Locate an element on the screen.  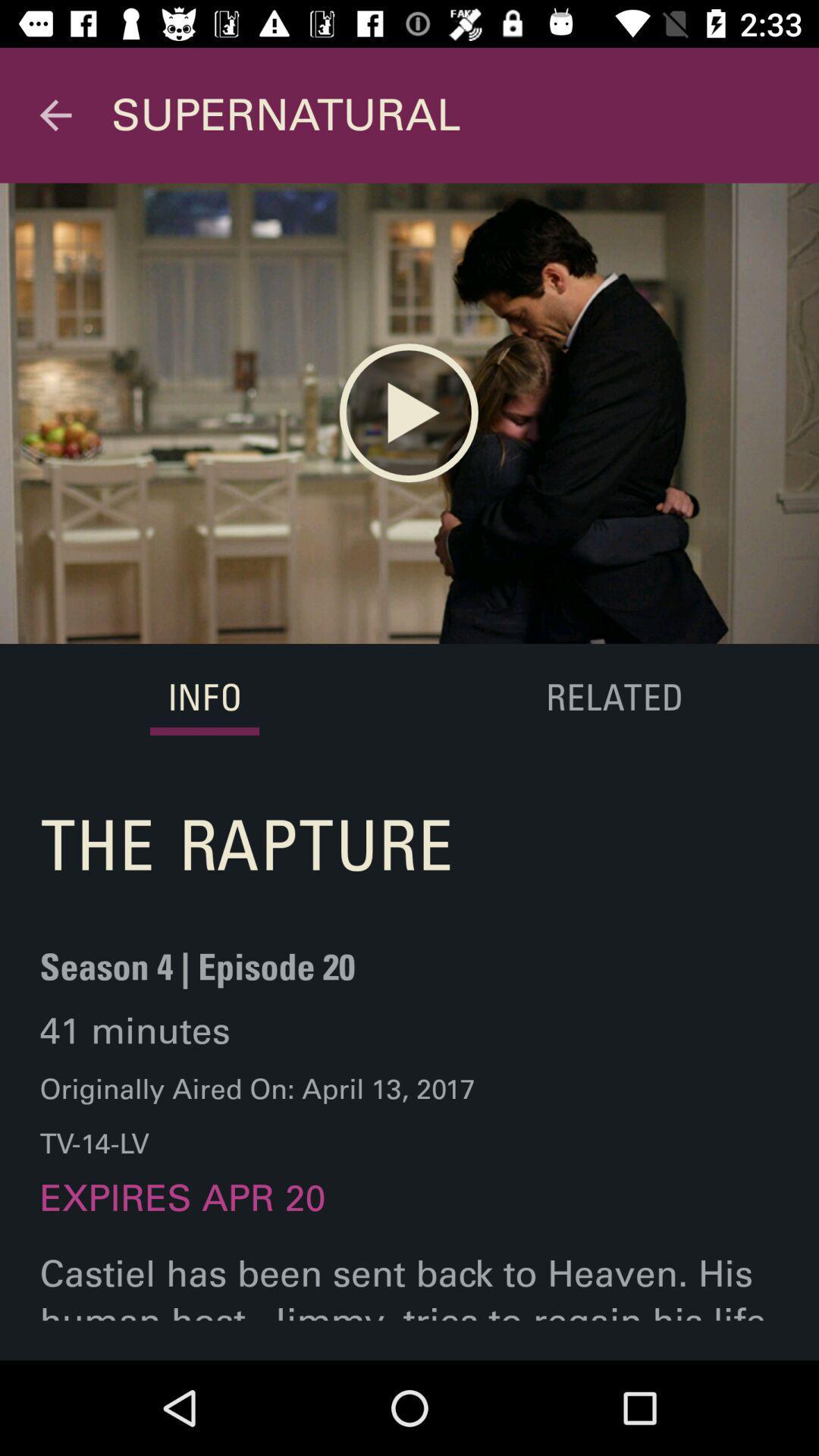
the item below the rapture is located at coordinates (196, 976).